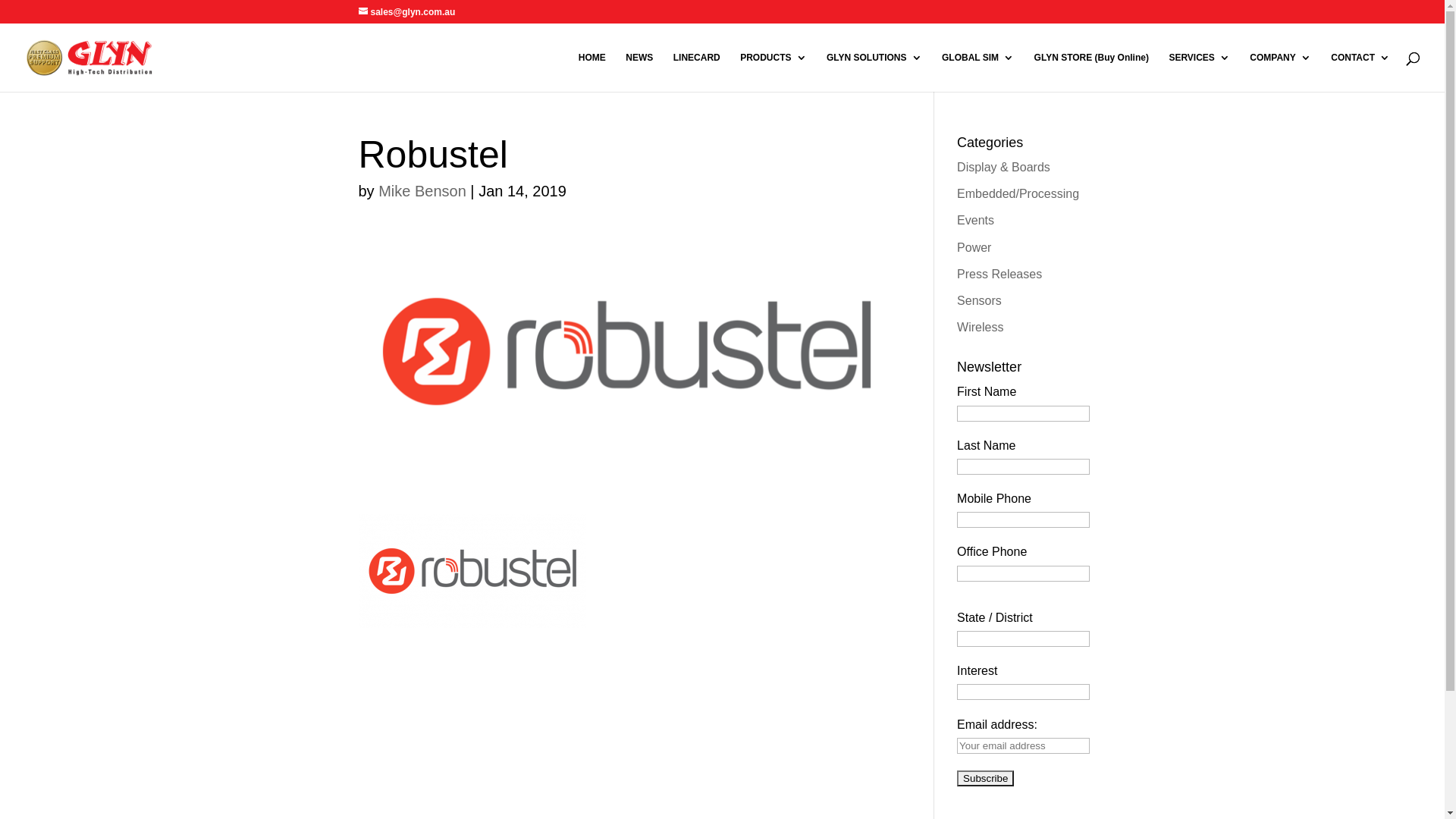 This screenshot has height=819, width=1456. I want to click on 'Subscribe', so click(985, 778).